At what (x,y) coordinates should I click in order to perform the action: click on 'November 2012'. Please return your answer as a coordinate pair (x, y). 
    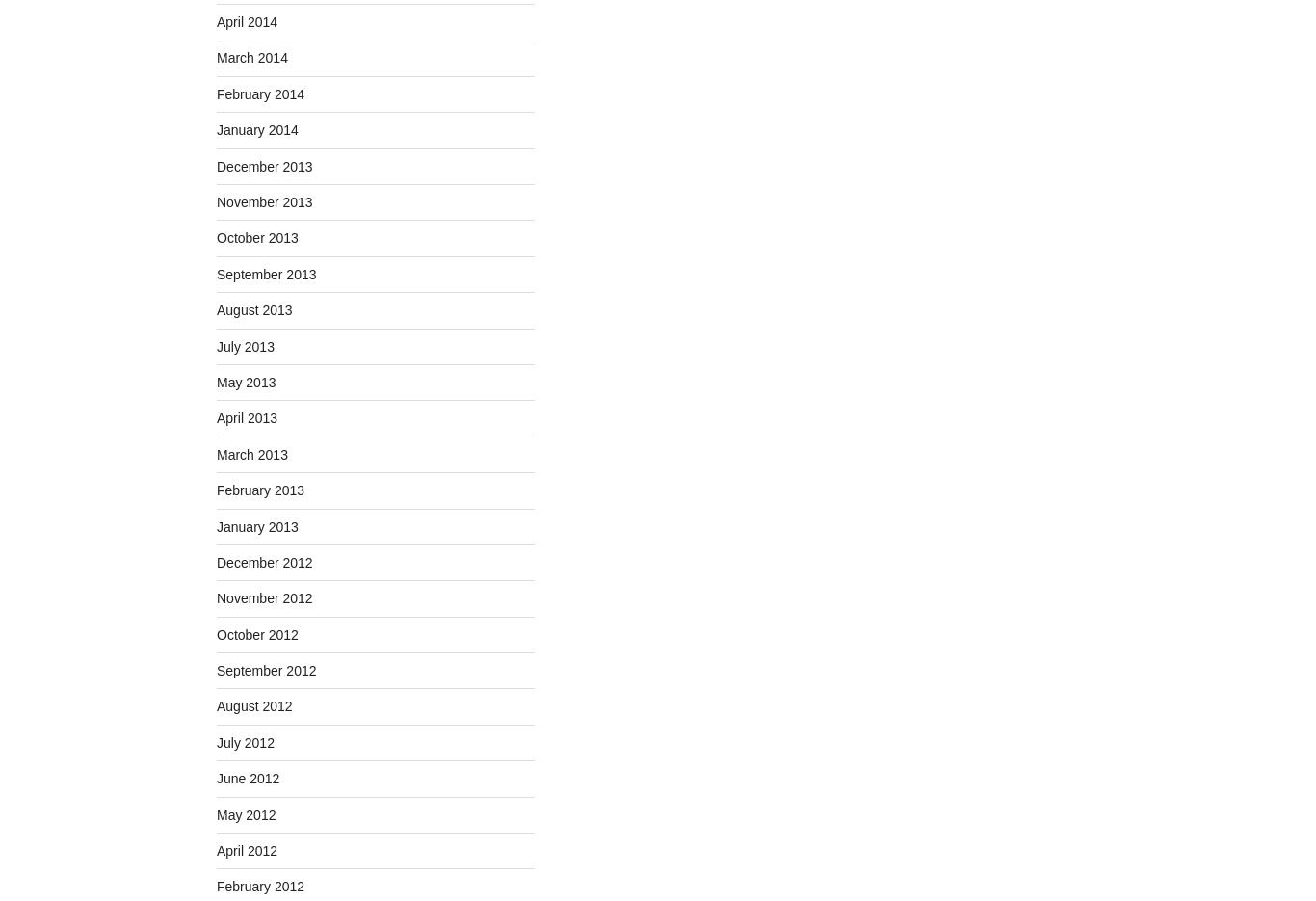
    Looking at the image, I should click on (264, 597).